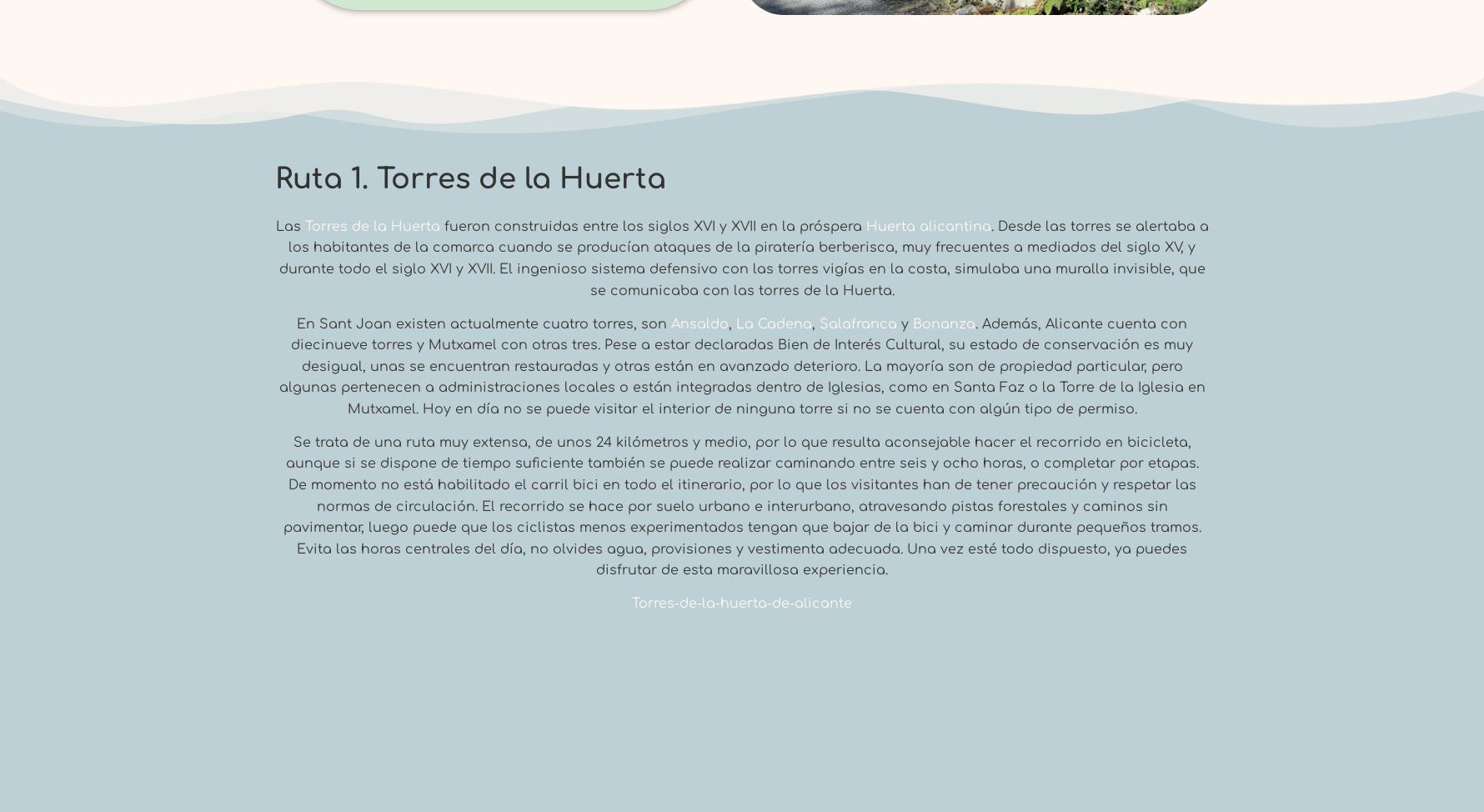  I want to click on 'Se trata de una ruta muy extensa, de unos 24 kilómetros y medio, por lo que resulta aconsejable hacer el recorrido en bicicleta, aunque si se dispone de tiempo suficiente también se puede realizar caminando entre seis y ocho horas, o completar por etapas. De momento no está habilitado el carril bici en todo el itinerario, por lo que los visitantes han de tener precaución y respetar las normas de circulación. El recorrido se hace por suelo urbano e interurbano, atravesando pistas forestales y caminos sin pavimentar, luego puede que los ciclistas menos experimentados tengan que bajar de la bici y caminar durante pequeños tramos. Evita las horas centrales del día, no olvides agua, provisiones y vestimenta adecuada. Una vez esté todo dispuesto, ya puedes disfrutar de esta maravillosa experiencia.', so click(282, 504).